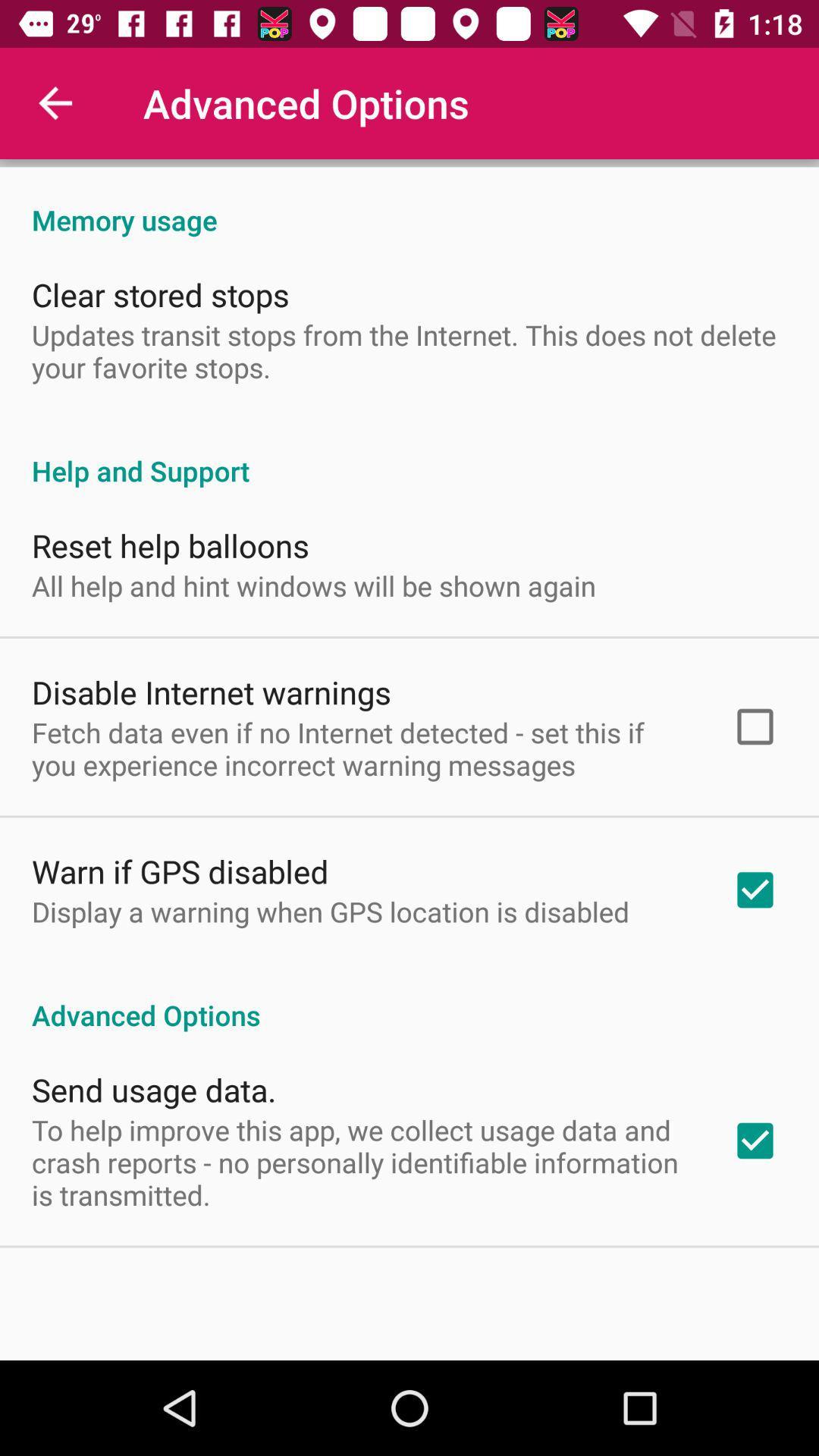 This screenshot has width=819, height=1456. Describe the element at coordinates (211, 691) in the screenshot. I see `the disable internet warnings icon` at that location.